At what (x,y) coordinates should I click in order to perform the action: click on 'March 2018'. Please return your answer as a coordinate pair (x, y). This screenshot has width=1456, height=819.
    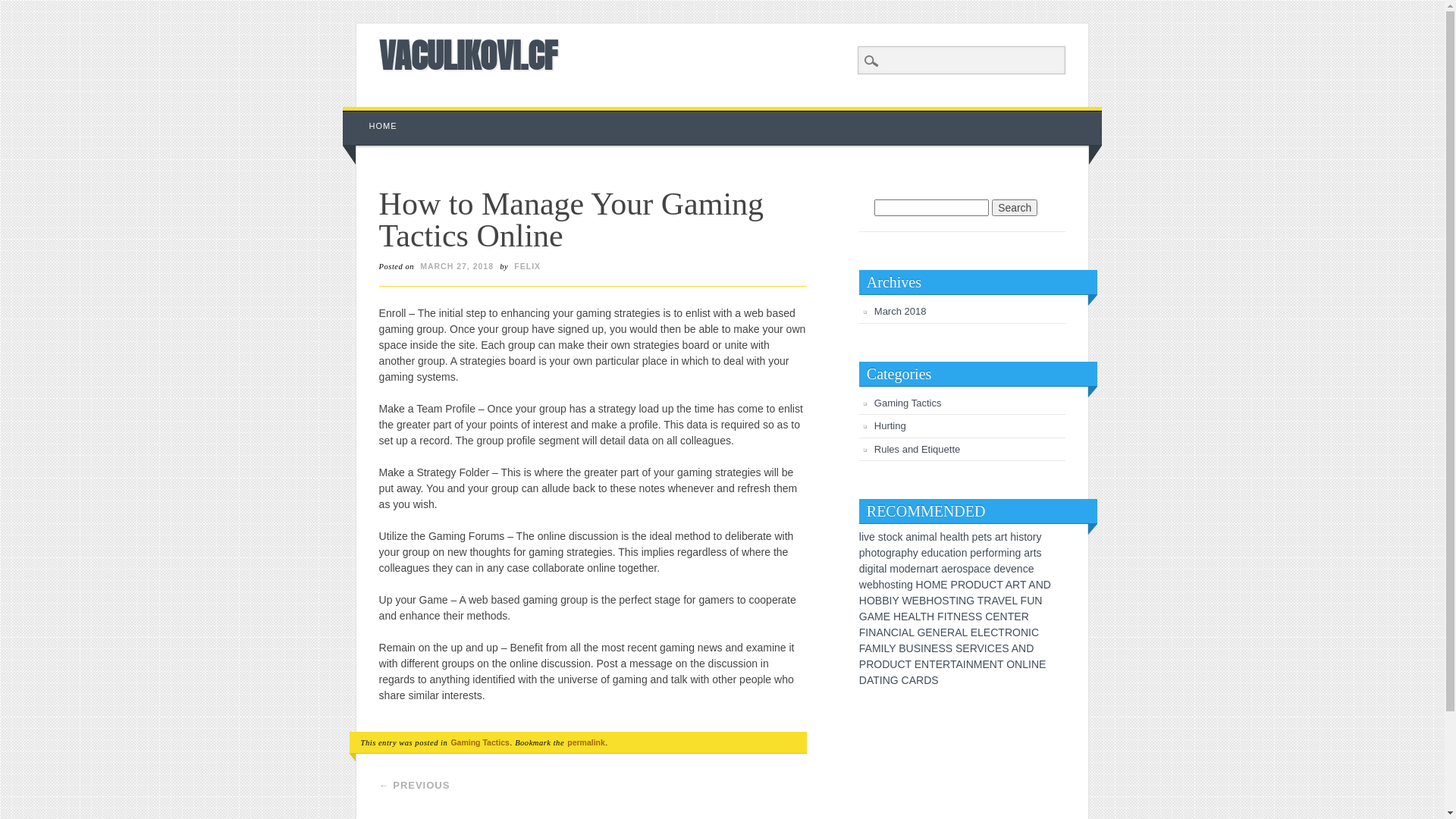
    Looking at the image, I should click on (900, 310).